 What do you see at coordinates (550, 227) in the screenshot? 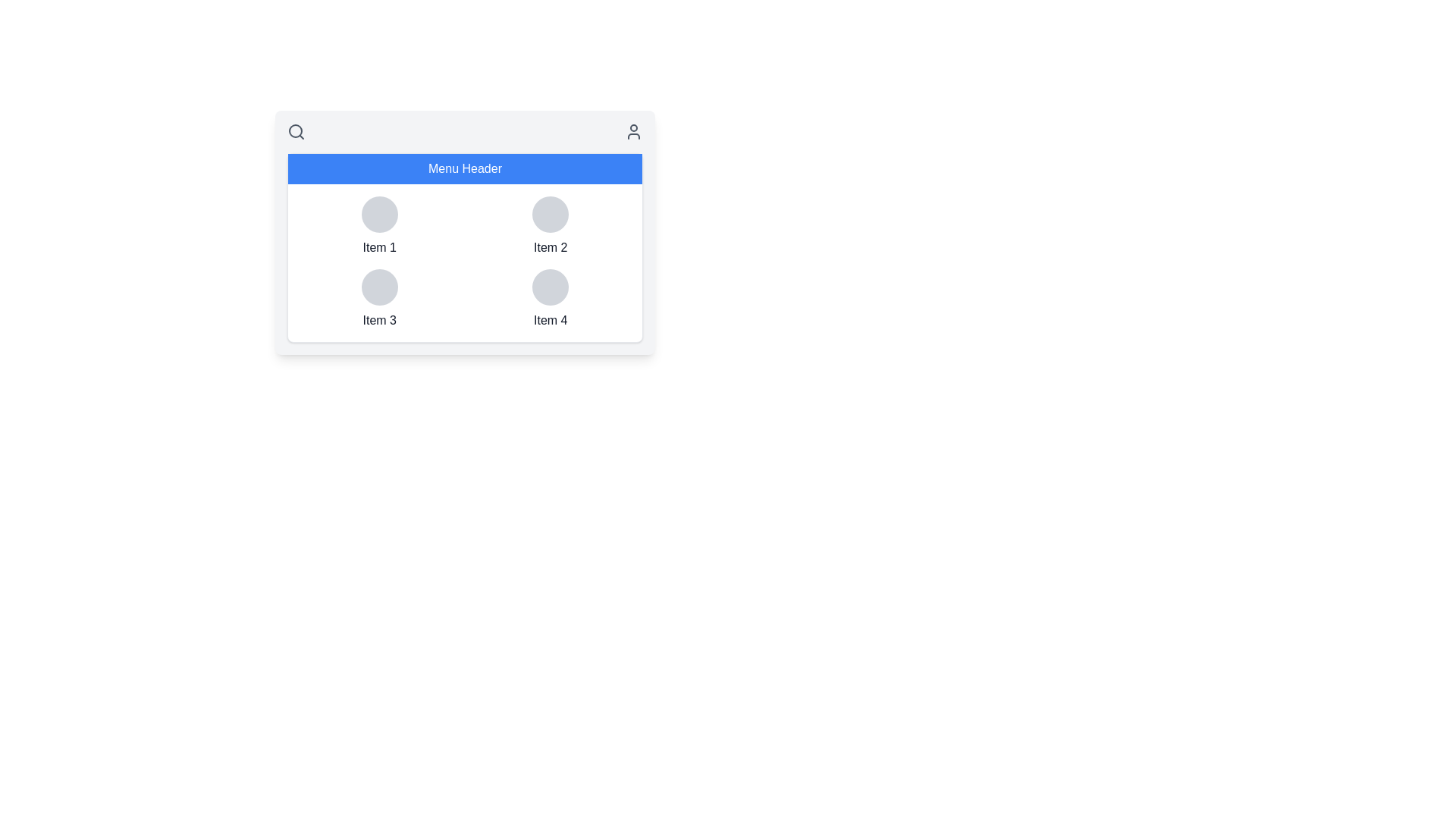
I see `the Informative item with an icon and label that has a large light grey circular icon at the top and text reading 'Item 2' below it, located in the top-right section of a 2x2 grid` at bounding box center [550, 227].